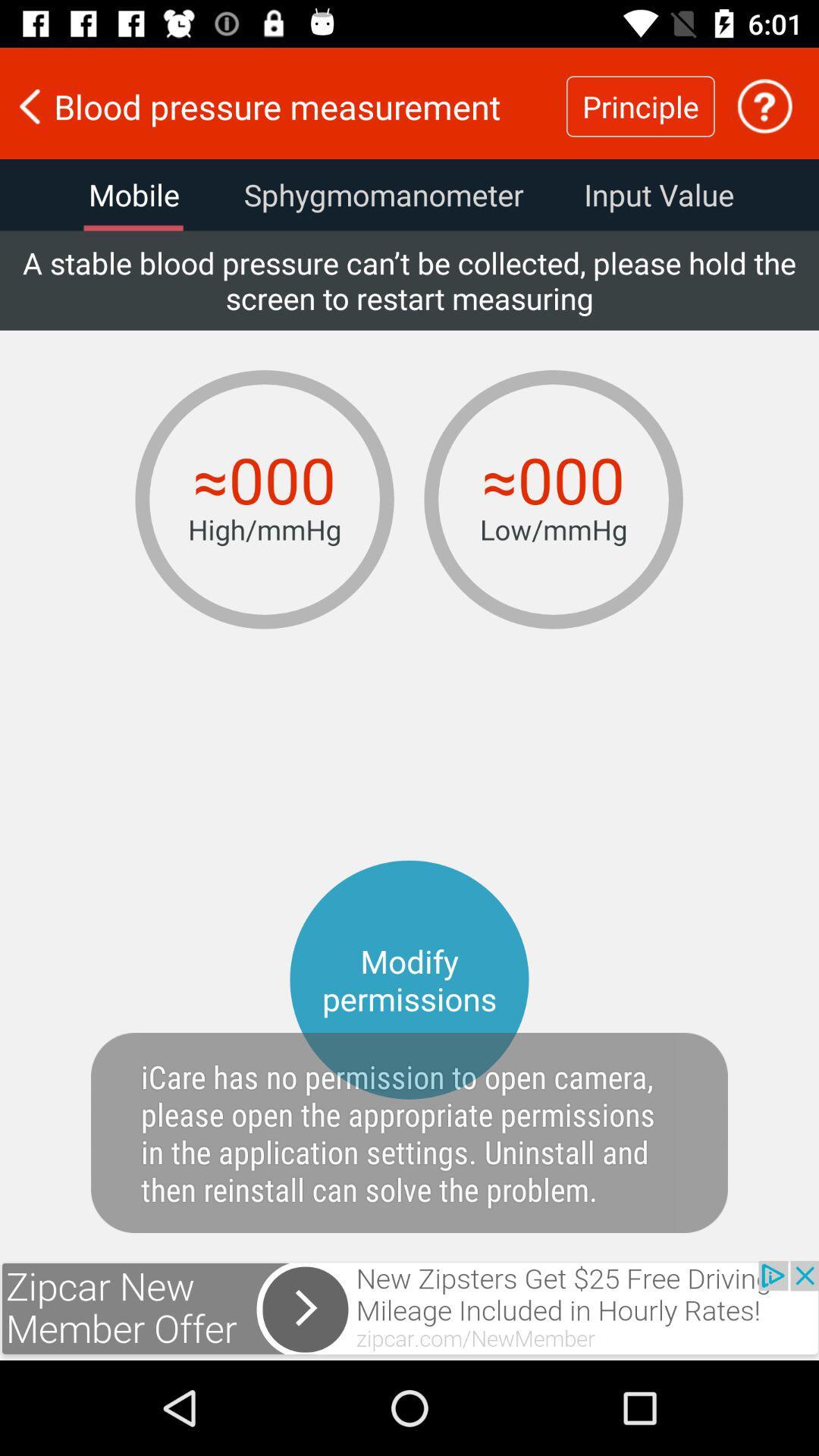 This screenshot has width=819, height=1456. What do you see at coordinates (409, 1310) in the screenshot?
I see `click advertisement banner` at bounding box center [409, 1310].